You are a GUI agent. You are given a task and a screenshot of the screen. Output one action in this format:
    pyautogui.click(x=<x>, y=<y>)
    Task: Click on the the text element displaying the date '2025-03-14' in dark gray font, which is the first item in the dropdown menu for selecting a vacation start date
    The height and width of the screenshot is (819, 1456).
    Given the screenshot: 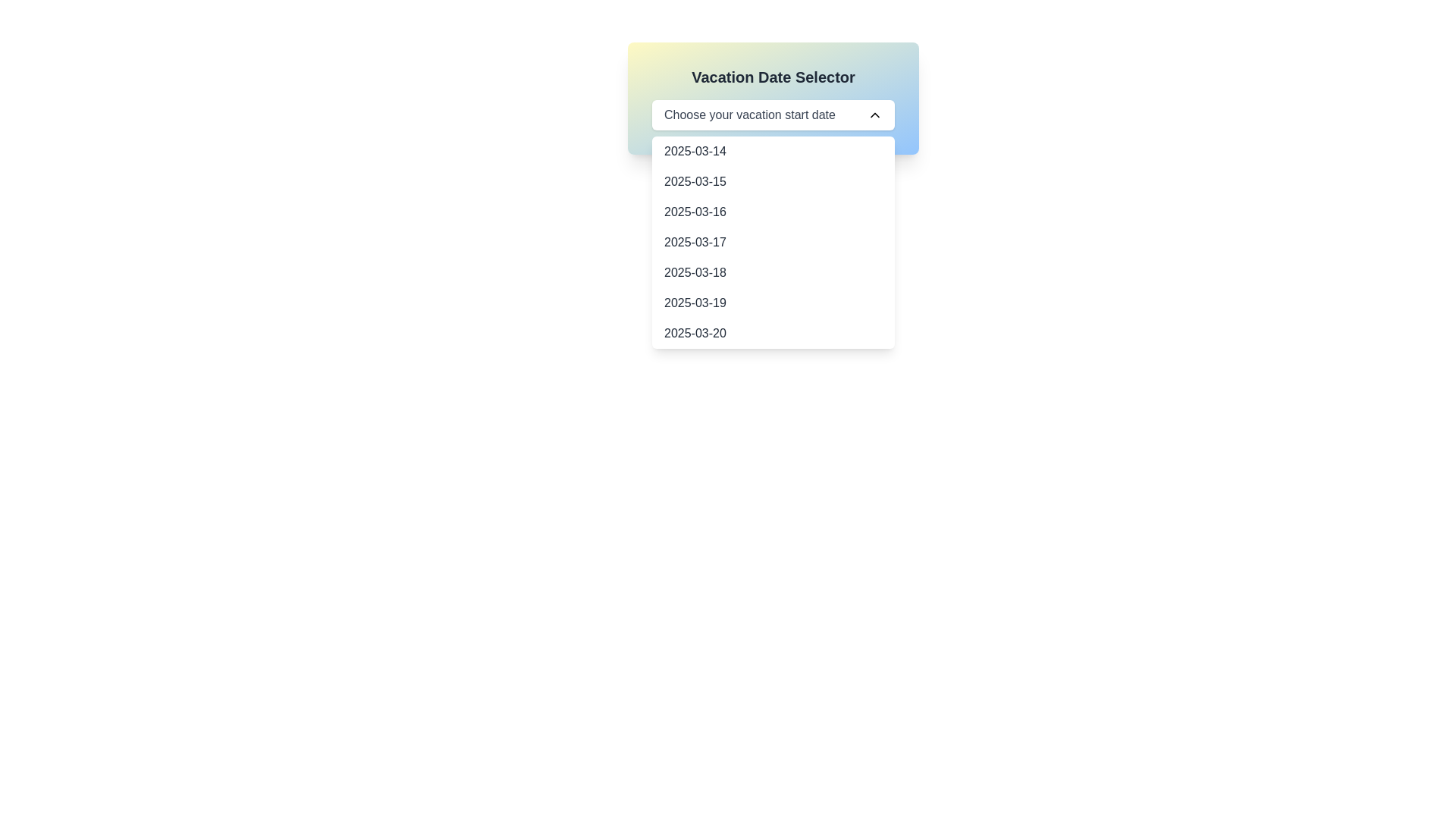 What is the action you would take?
    pyautogui.click(x=694, y=152)
    